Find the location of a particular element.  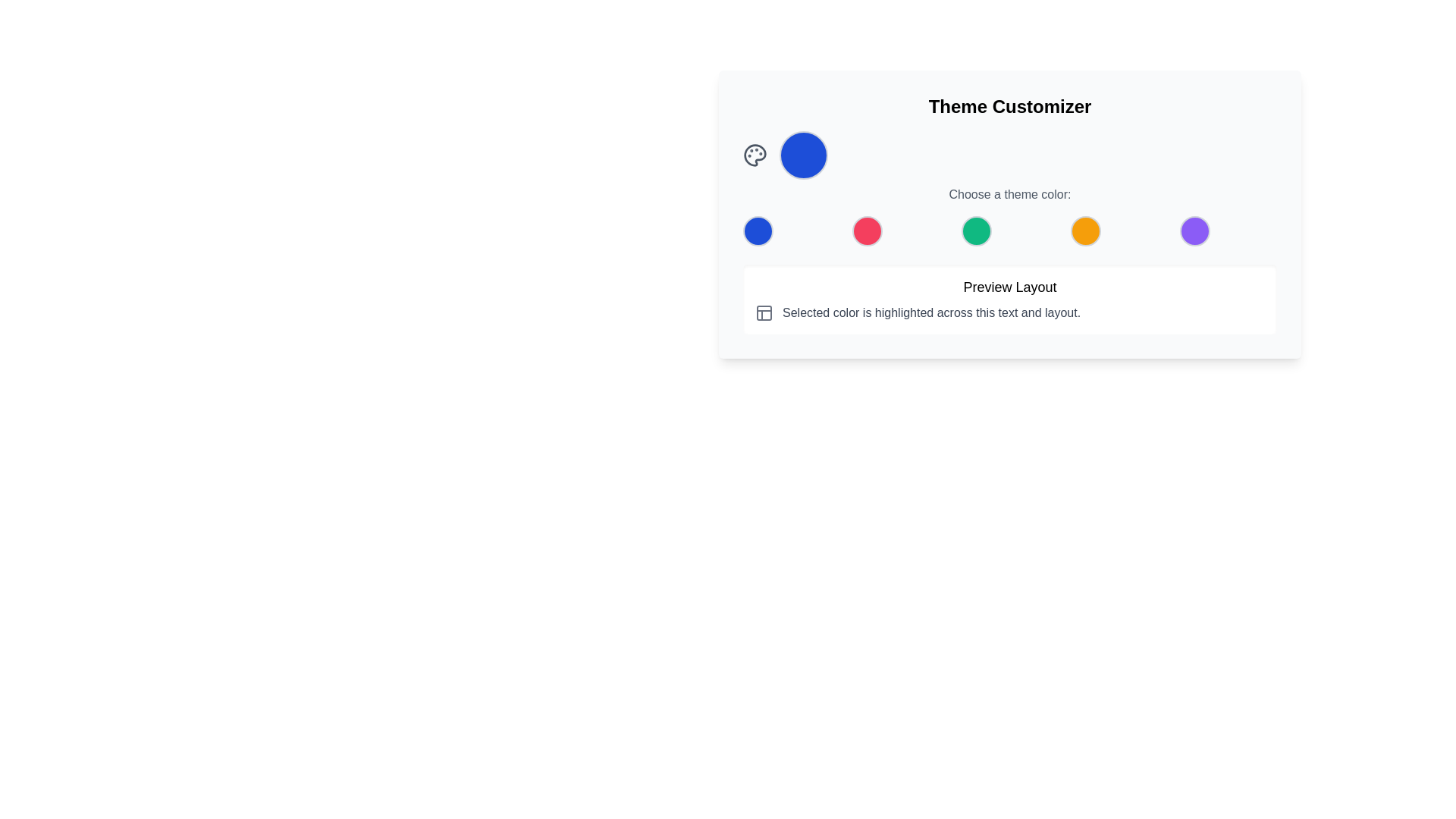

the title 'Preview Layout' of the Informational block with a white background and rounded corners, which contains the subtitle and an icon to the left is located at coordinates (1009, 299).